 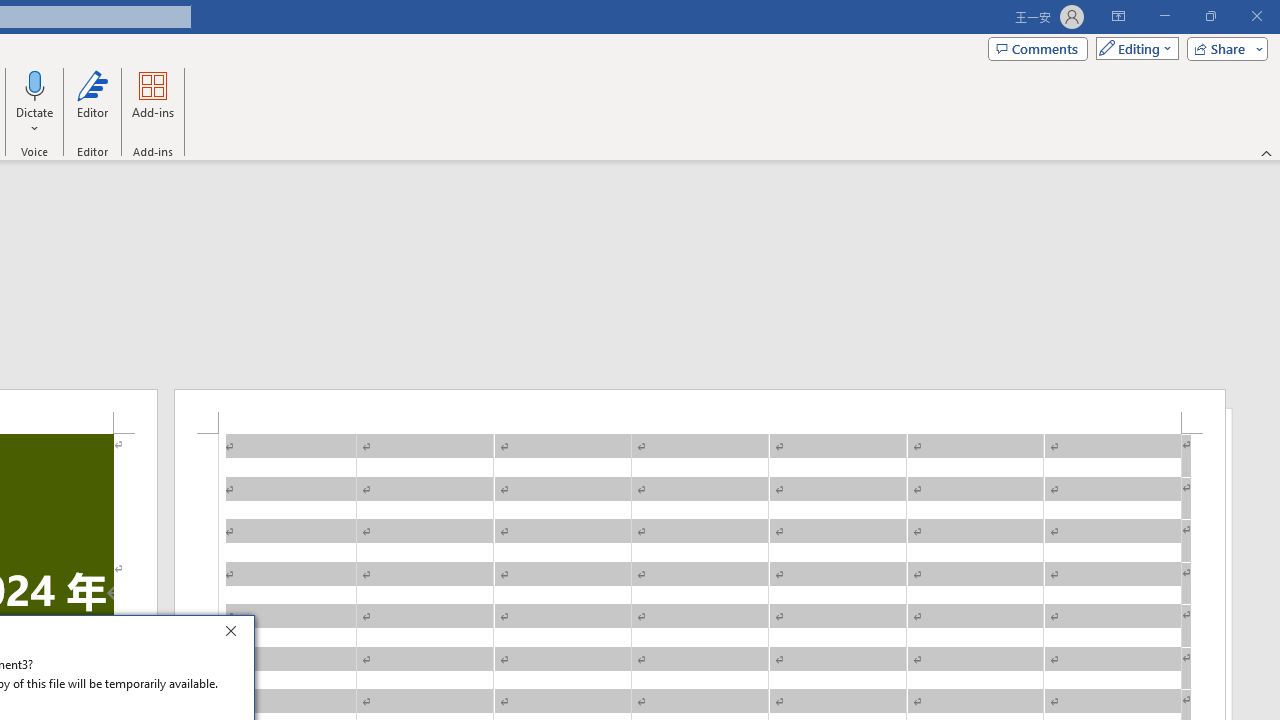 I want to click on 'Editor', so click(x=91, y=103).